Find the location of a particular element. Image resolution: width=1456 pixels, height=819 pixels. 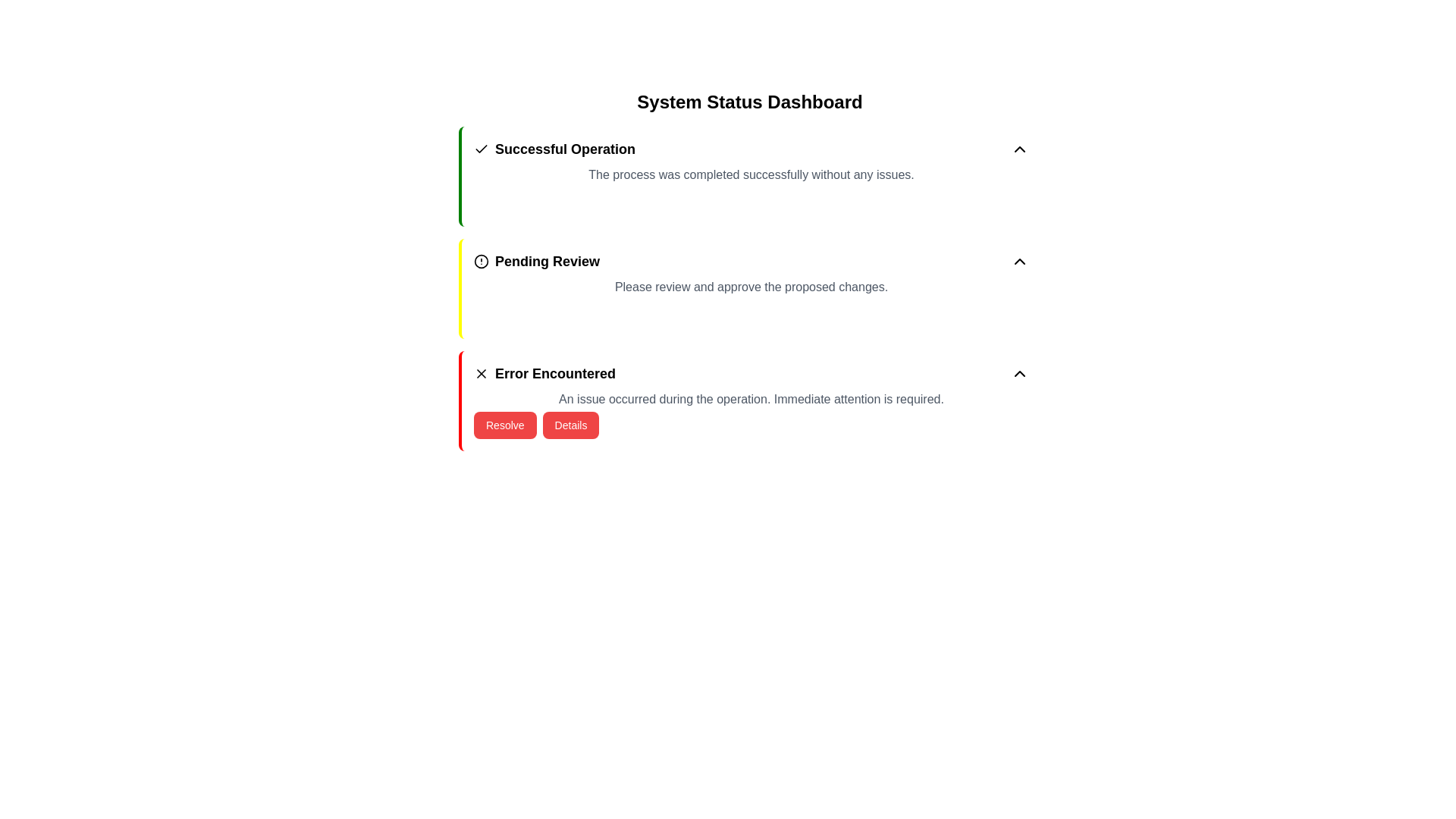

text from the main title label located at the top of the dashboard section is located at coordinates (749, 102).